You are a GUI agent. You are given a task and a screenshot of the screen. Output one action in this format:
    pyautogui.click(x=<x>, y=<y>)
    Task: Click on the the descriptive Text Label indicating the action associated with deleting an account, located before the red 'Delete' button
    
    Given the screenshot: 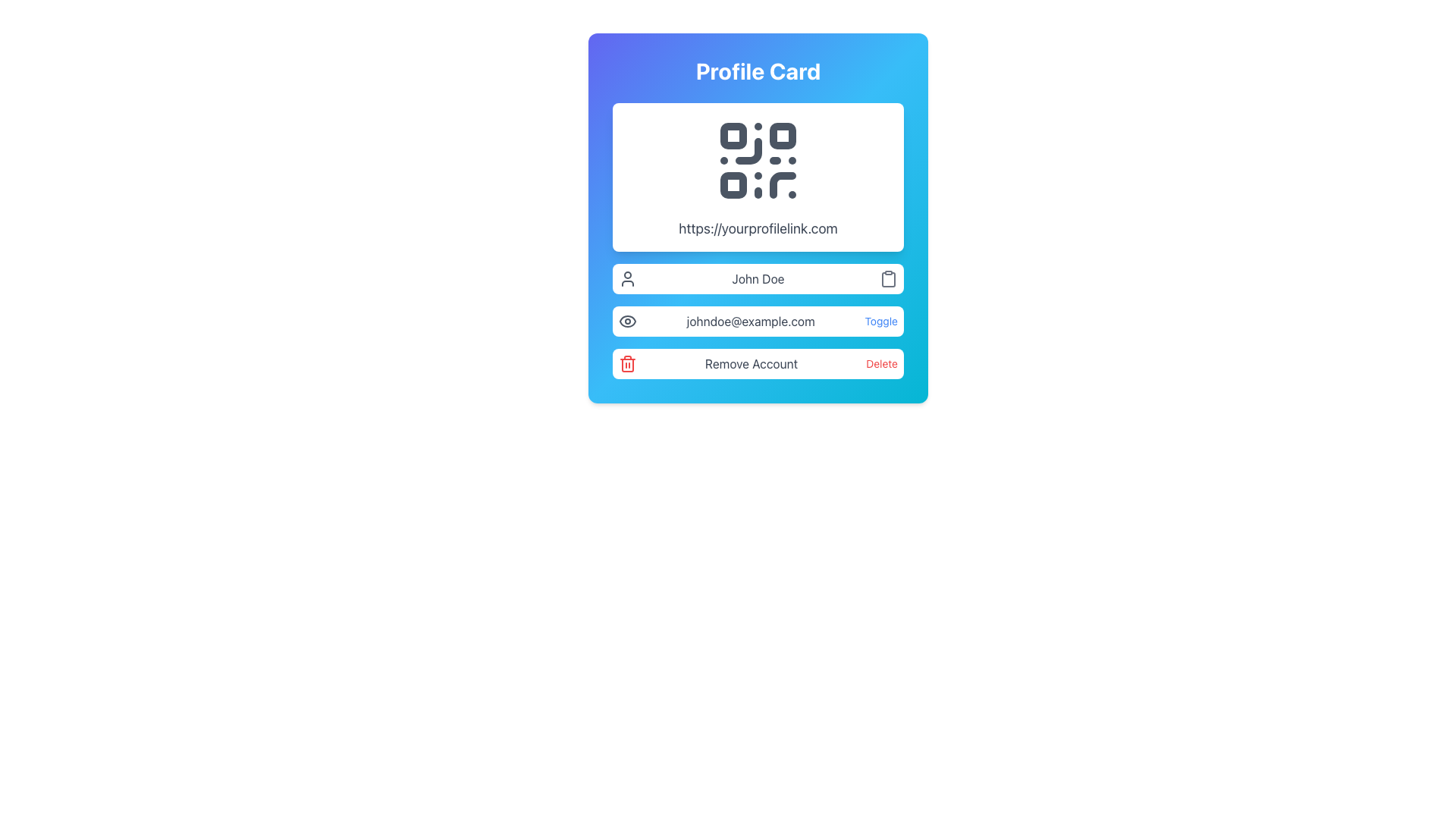 What is the action you would take?
    pyautogui.click(x=752, y=363)
    